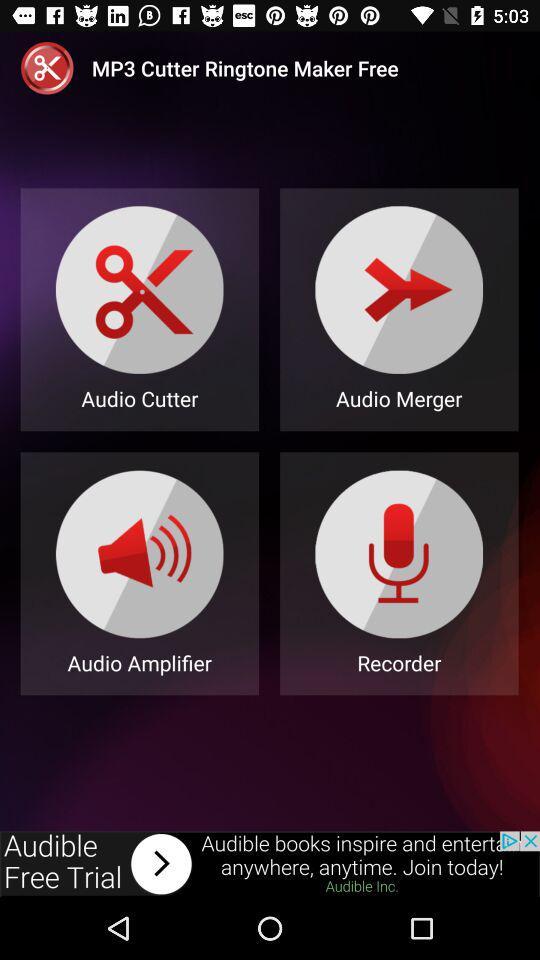 The image size is (540, 960). What do you see at coordinates (270, 863) in the screenshot?
I see `audible inc. add` at bounding box center [270, 863].